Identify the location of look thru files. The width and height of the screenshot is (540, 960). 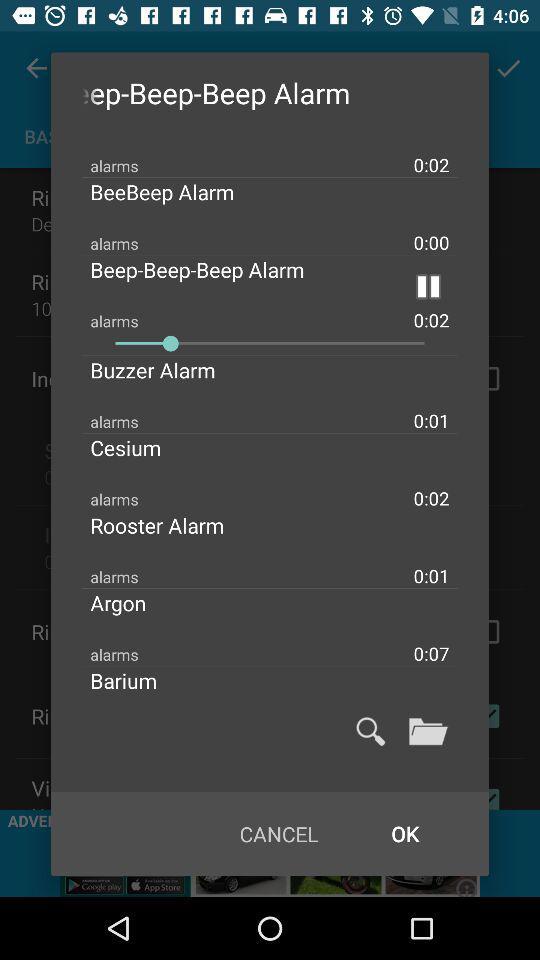
(427, 730).